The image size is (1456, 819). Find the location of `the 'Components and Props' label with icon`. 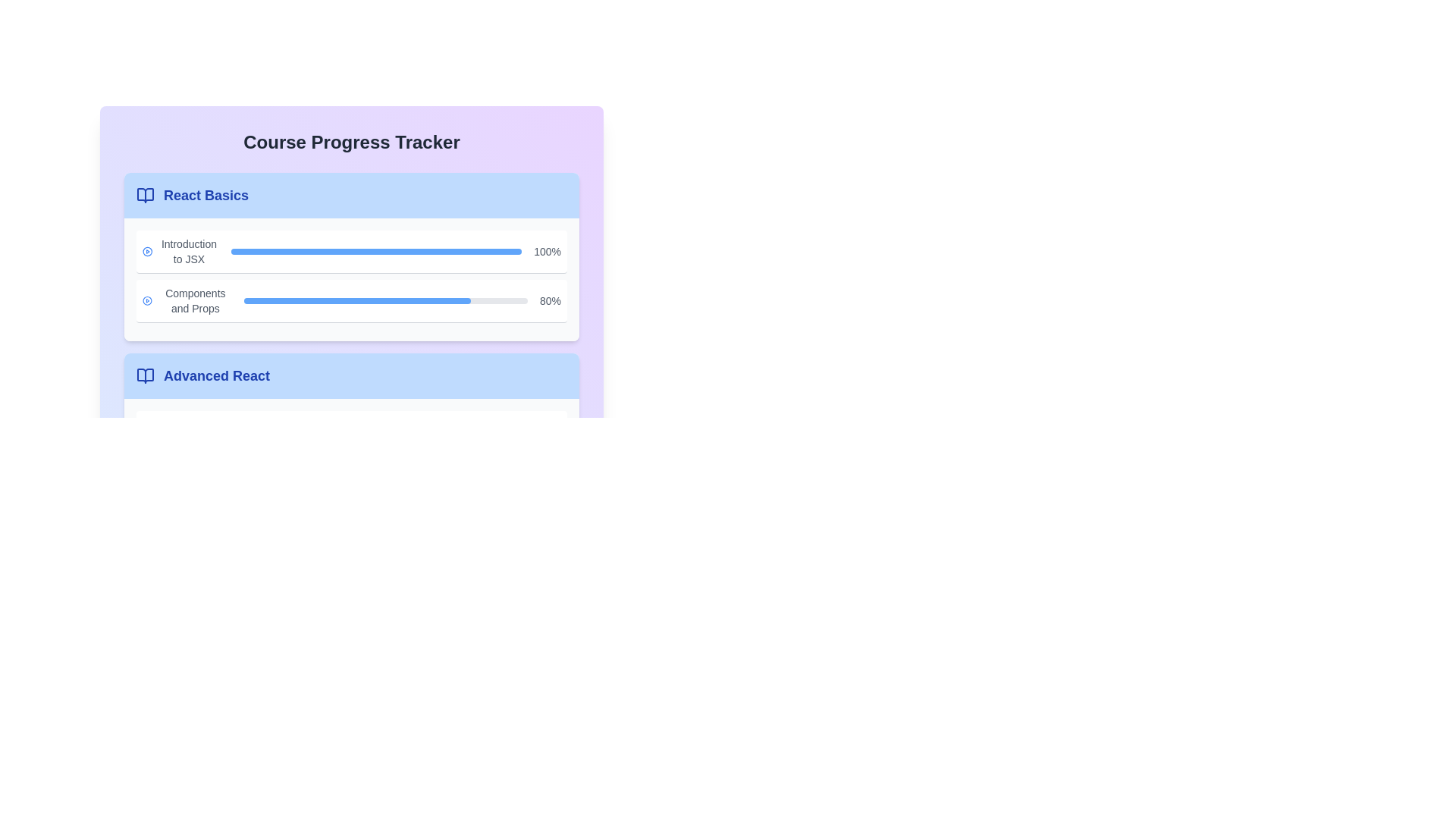

the 'Components and Props' label with icon is located at coordinates (187, 301).